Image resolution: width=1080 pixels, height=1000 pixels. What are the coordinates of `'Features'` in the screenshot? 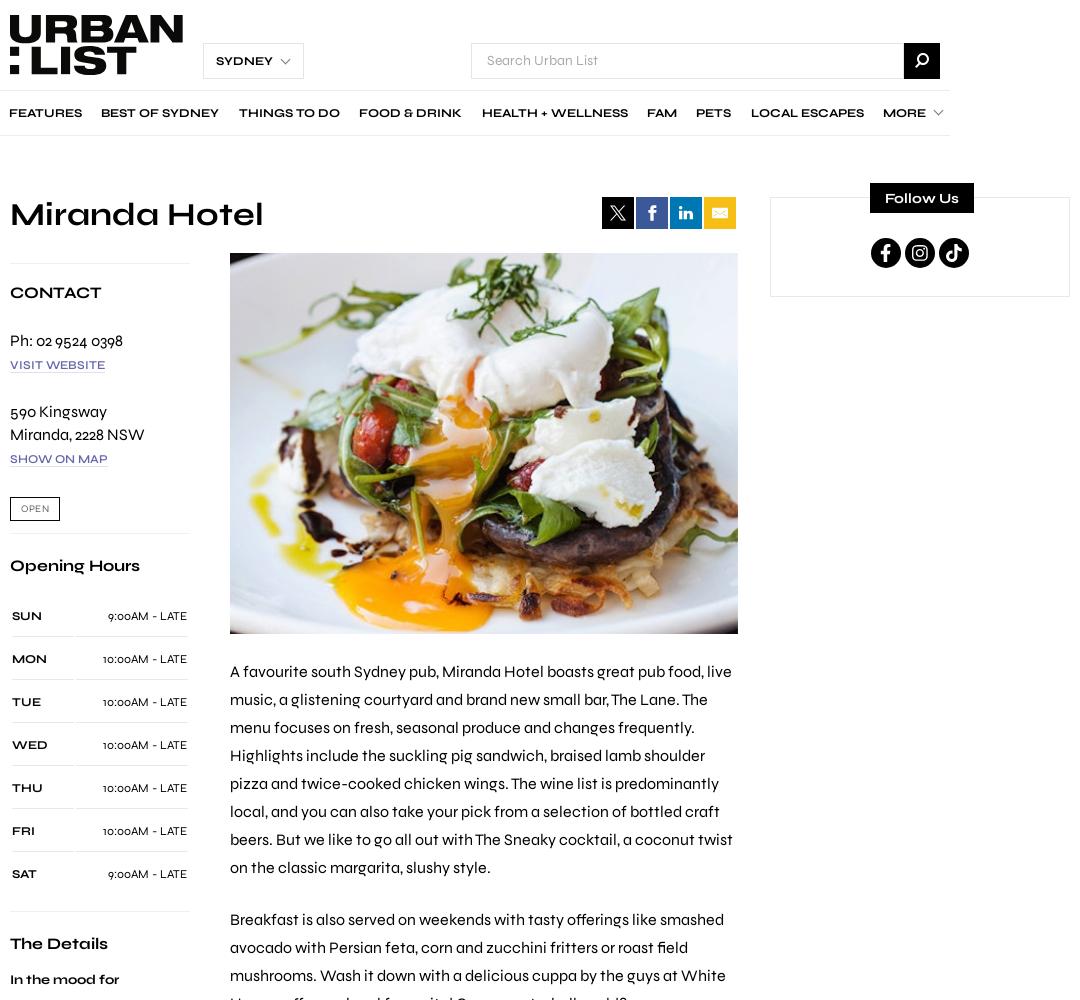 It's located at (45, 112).